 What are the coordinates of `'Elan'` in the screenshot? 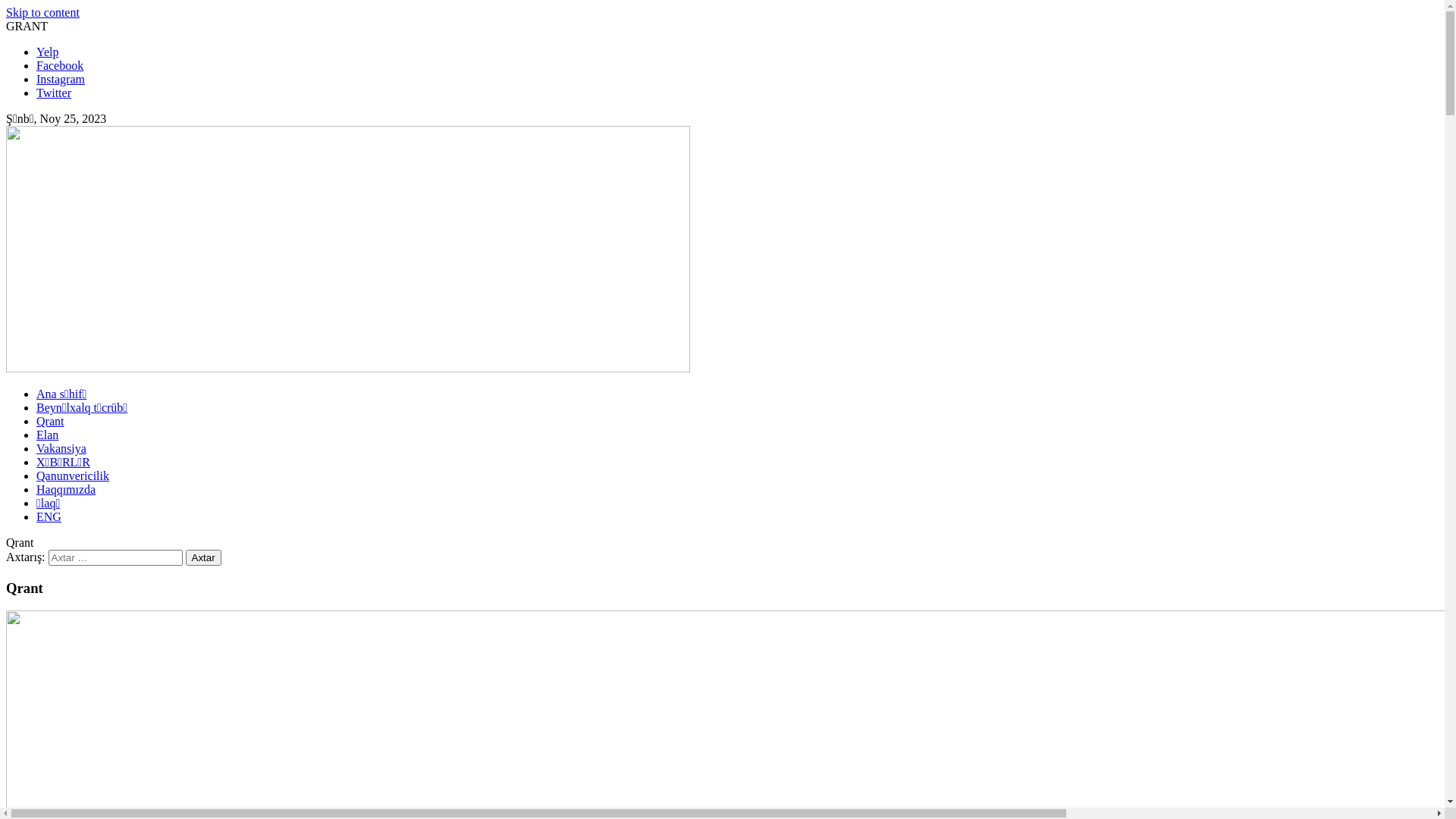 It's located at (47, 435).